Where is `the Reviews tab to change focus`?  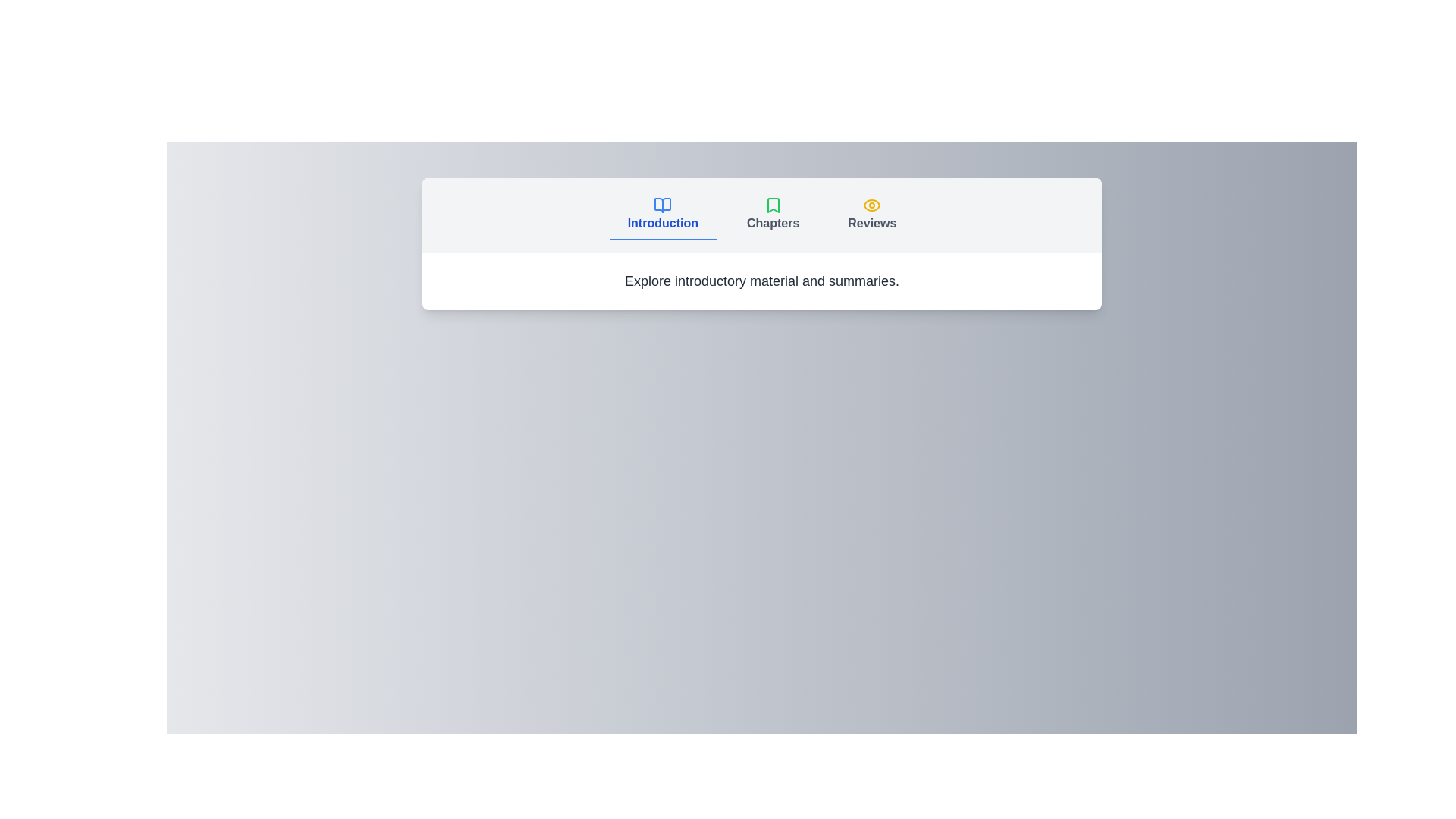
the Reviews tab to change focus is located at coordinates (872, 215).